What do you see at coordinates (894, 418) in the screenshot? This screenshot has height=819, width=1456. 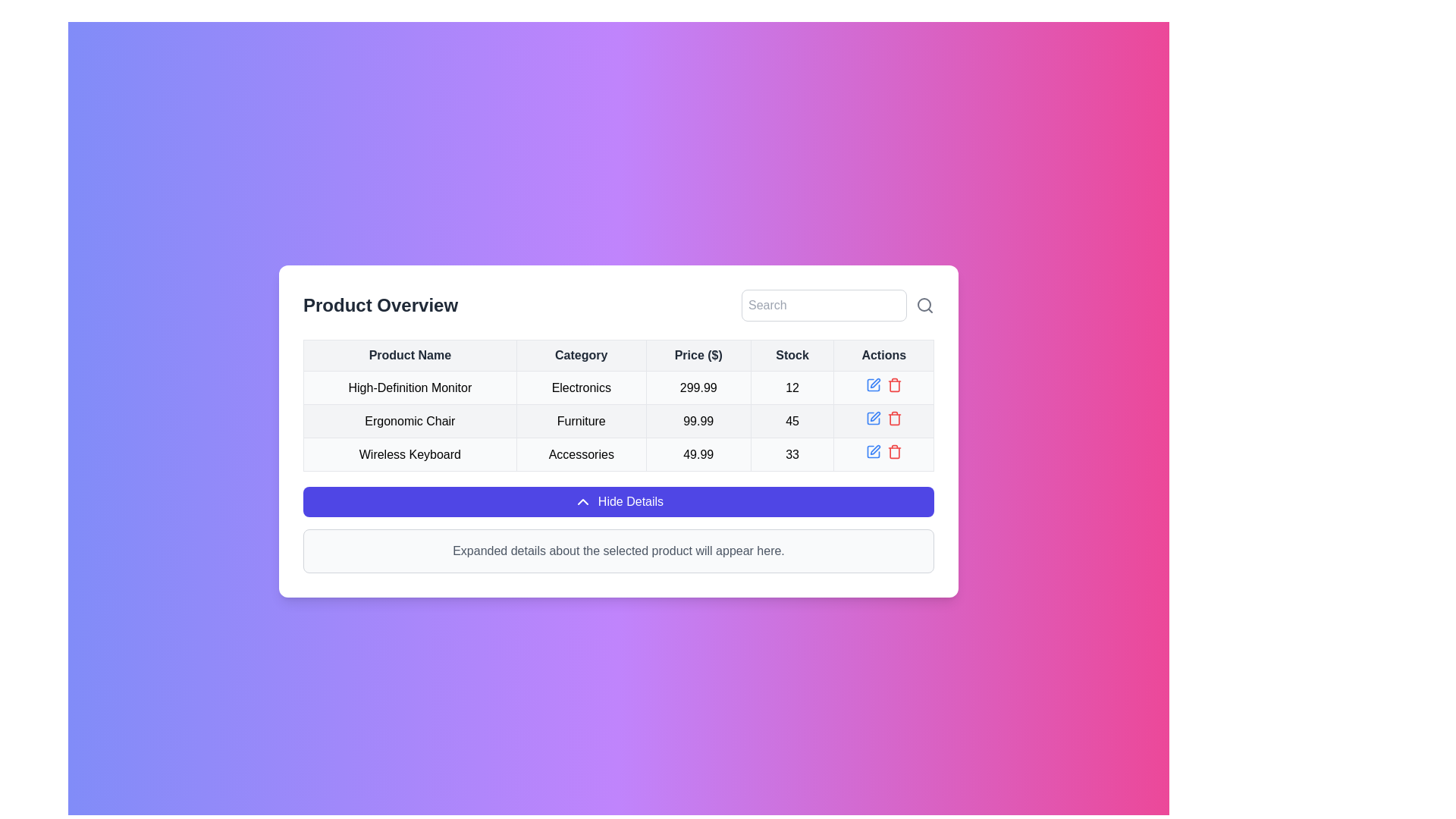 I see `the red-colored trash can icon button located in the bottom row of the 'Actions' column` at bounding box center [894, 418].